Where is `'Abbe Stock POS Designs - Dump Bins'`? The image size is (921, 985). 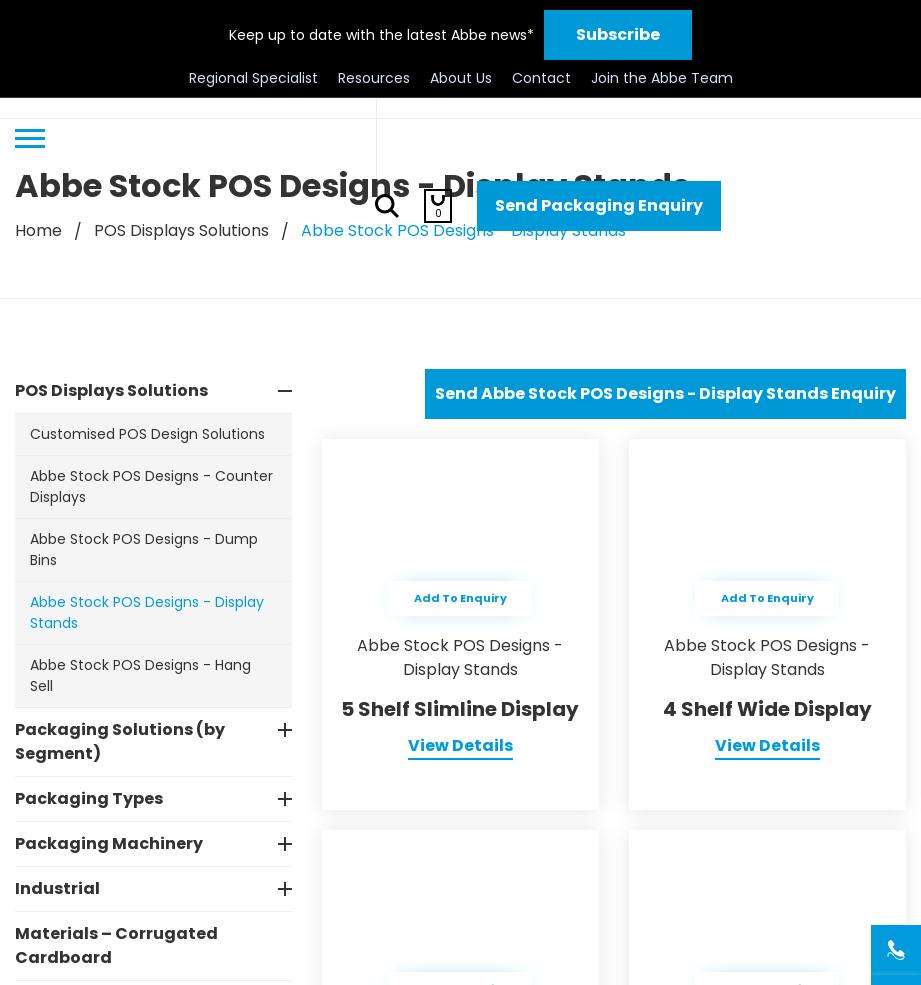
'Abbe Stock POS Designs - Dump Bins' is located at coordinates (144, 549).